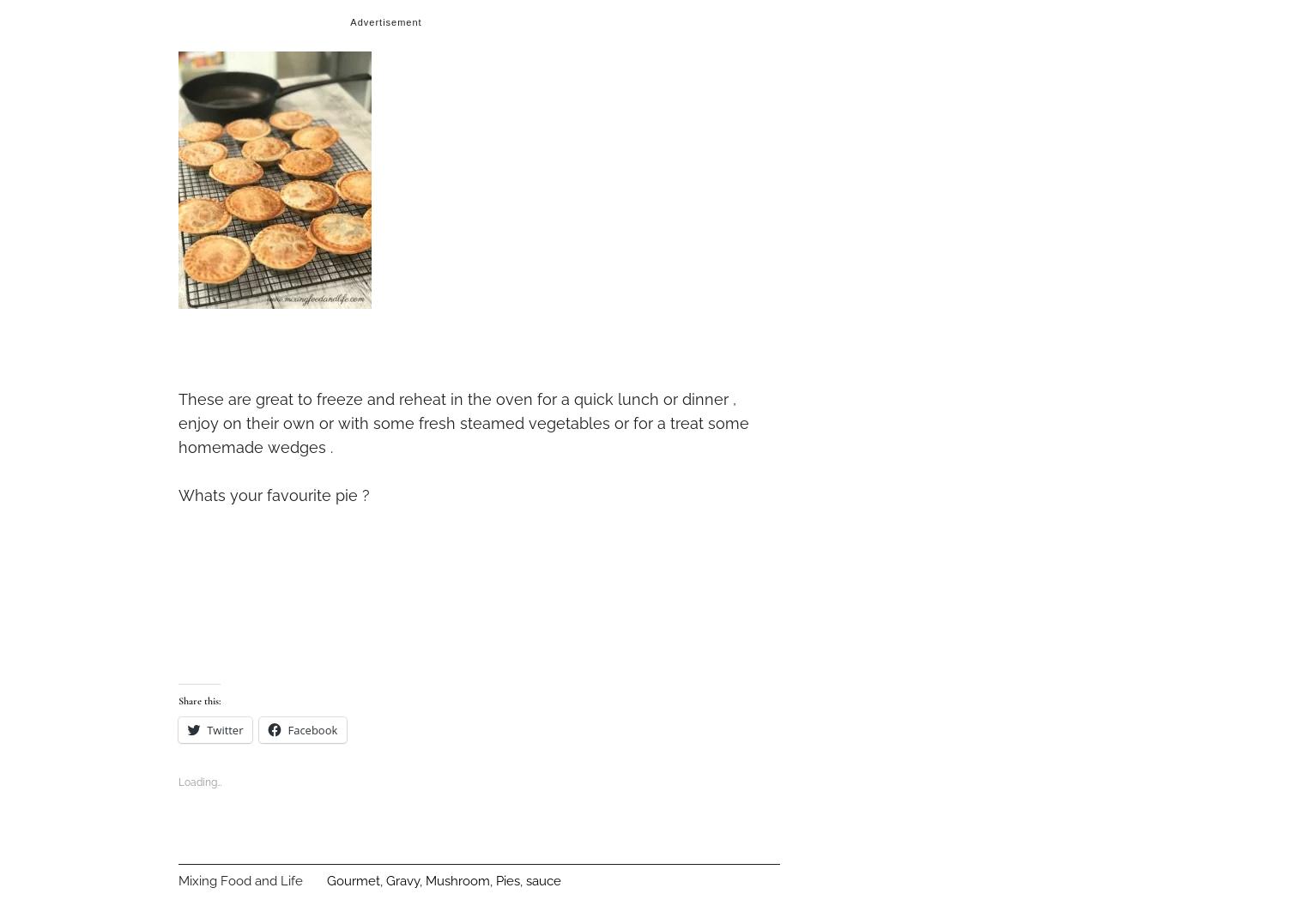 The height and width of the screenshot is (924, 1301). Describe the element at coordinates (543, 879) in the screenshot. I see `'sauce'` at that location.